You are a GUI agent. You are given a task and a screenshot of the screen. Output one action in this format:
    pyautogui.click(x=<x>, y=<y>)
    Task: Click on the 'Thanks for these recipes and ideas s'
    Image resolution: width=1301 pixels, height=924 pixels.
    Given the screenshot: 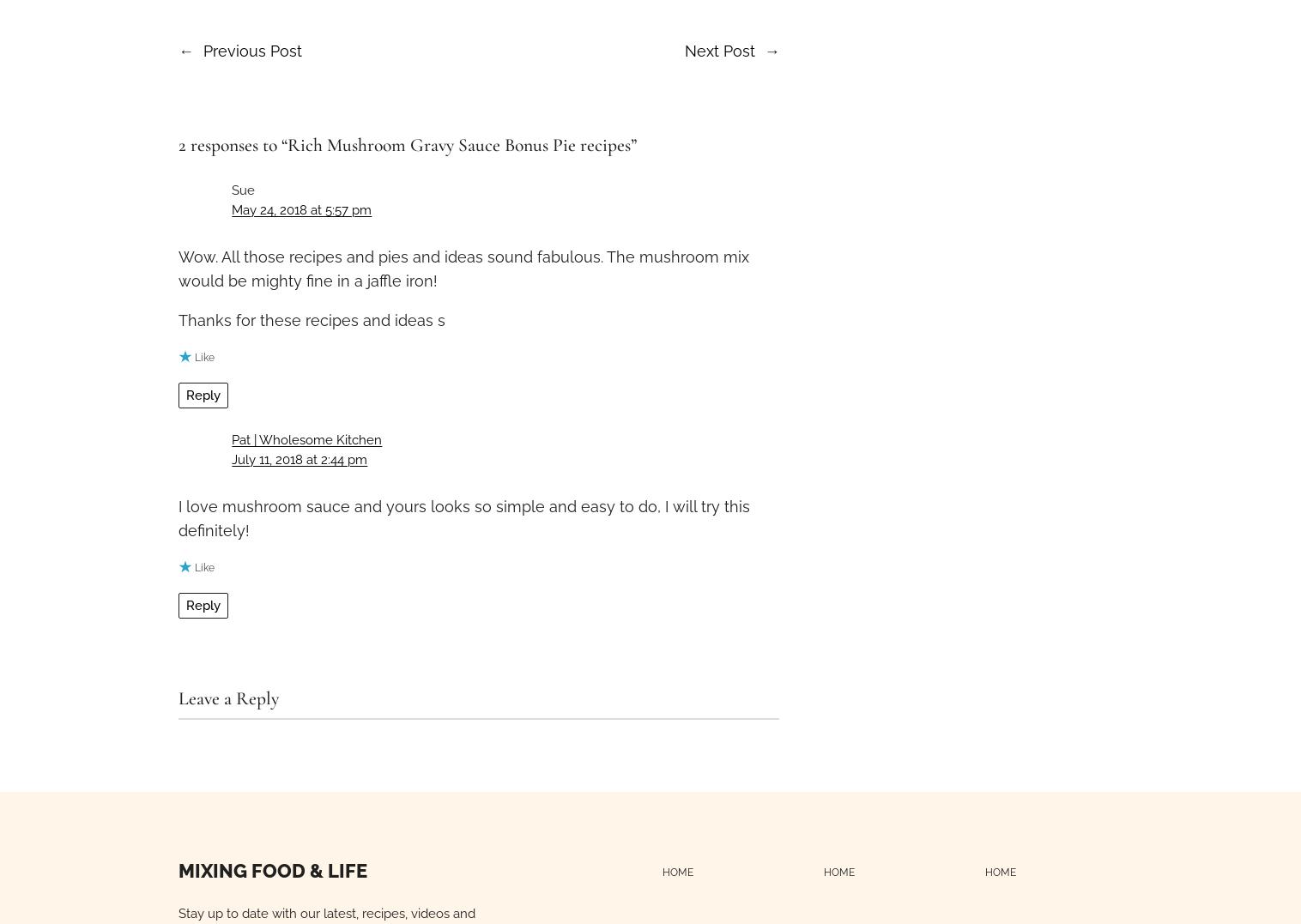 What is the action you would take?
    pyautogui.click(x=312, y=319)
    